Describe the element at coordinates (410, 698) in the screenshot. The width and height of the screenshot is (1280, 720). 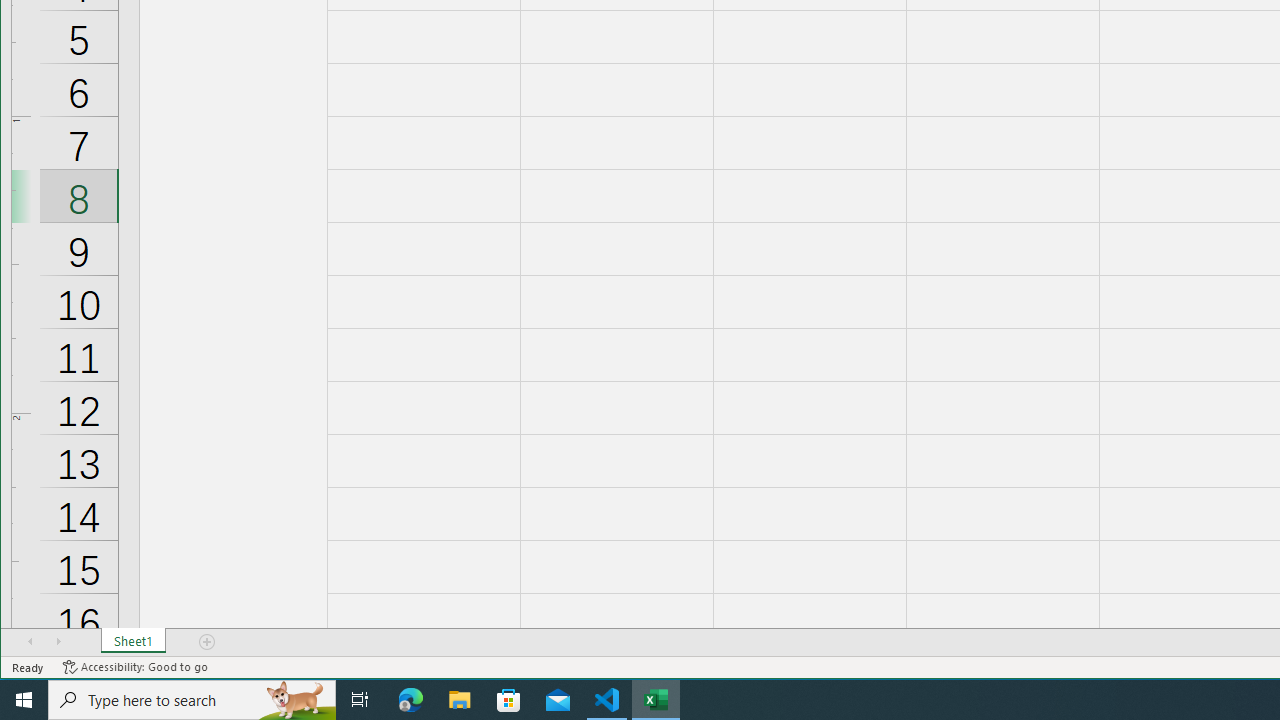
I see `'Microsoft Edge'` at that location.